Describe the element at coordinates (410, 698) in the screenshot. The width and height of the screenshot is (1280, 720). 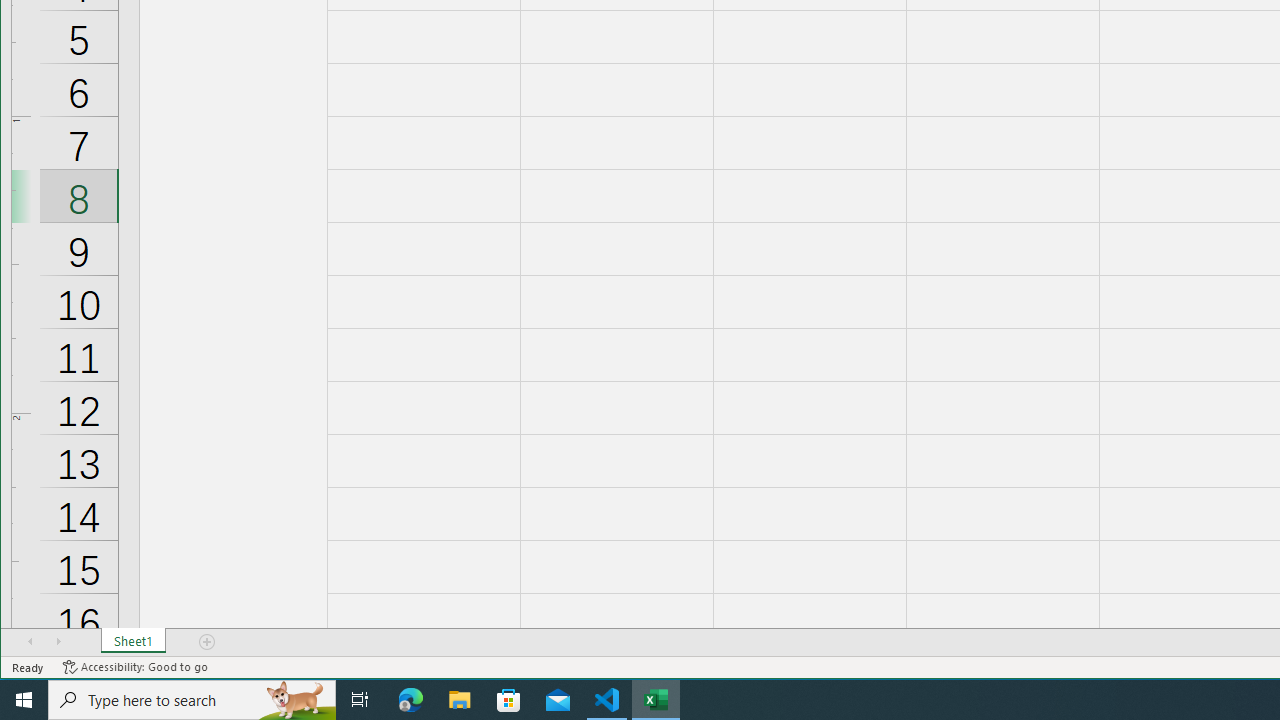
I see `'Microsoft Edge'` at that location.